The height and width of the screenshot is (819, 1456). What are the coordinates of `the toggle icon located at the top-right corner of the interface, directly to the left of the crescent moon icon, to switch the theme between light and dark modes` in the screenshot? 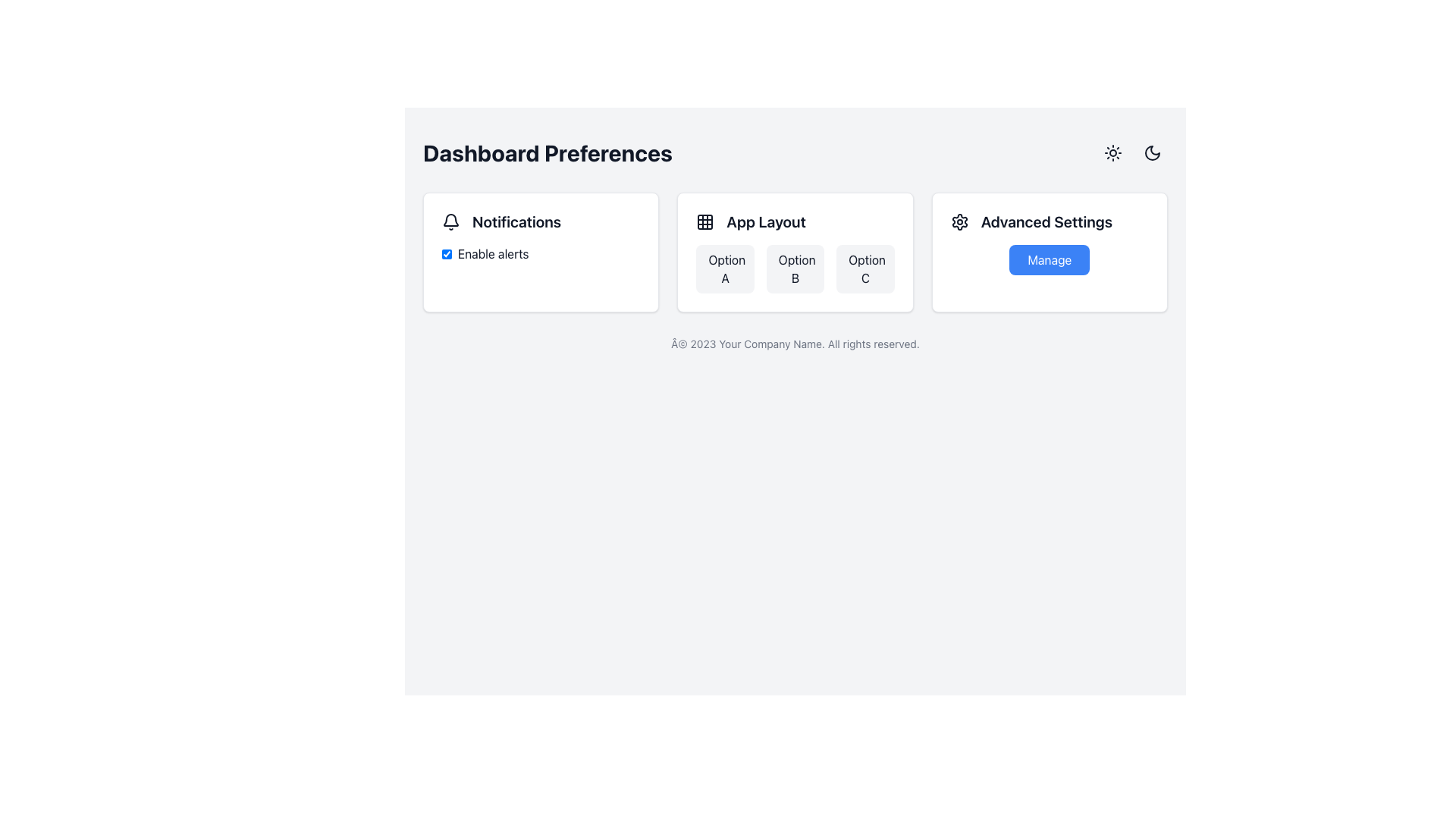 It's located at (1113, 152).